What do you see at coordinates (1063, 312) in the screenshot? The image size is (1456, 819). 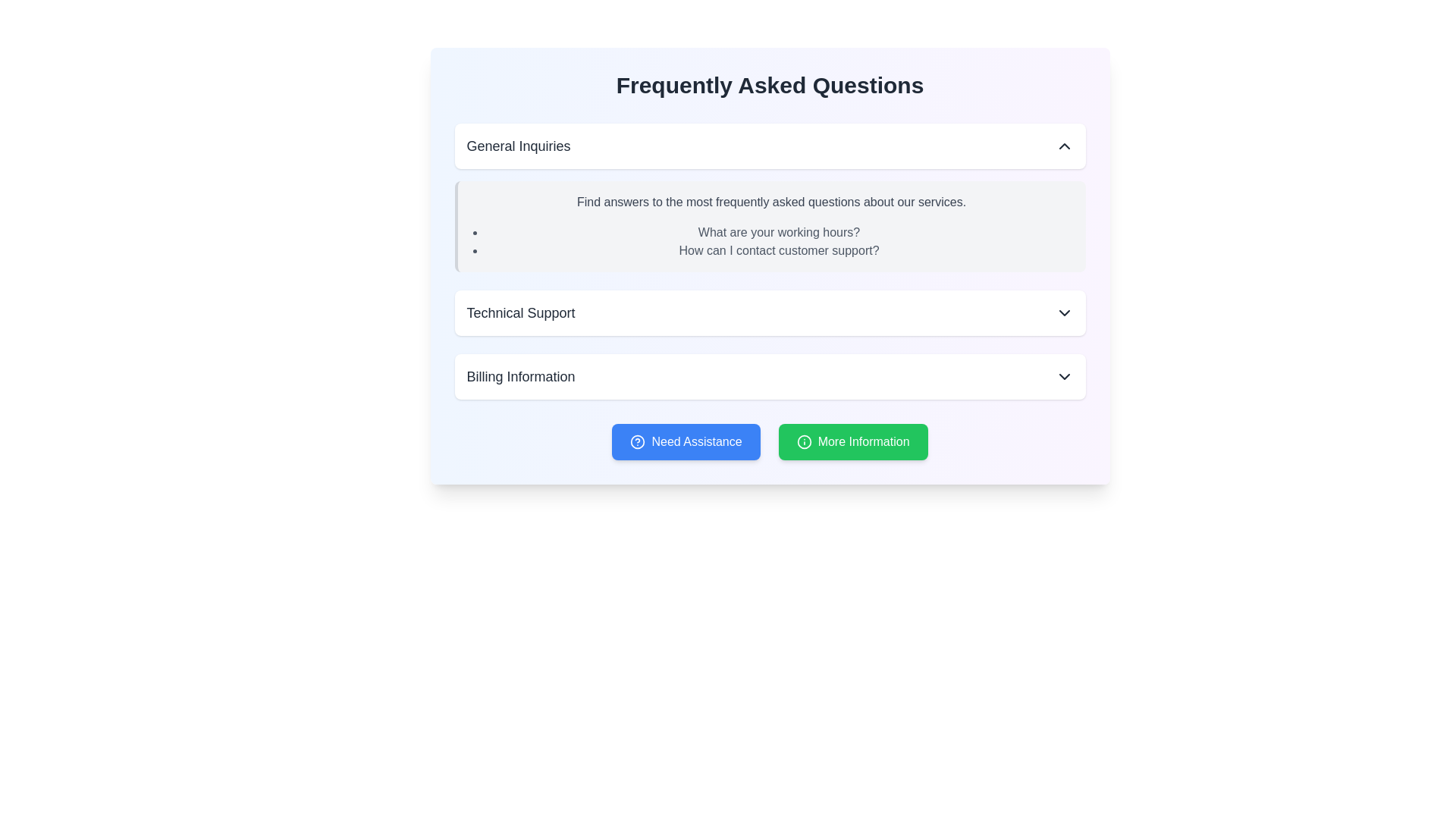 I see `the dropdown indicator icon located at the far right corner of the 'Technical Support' section` at bounding box center [1063, 312].